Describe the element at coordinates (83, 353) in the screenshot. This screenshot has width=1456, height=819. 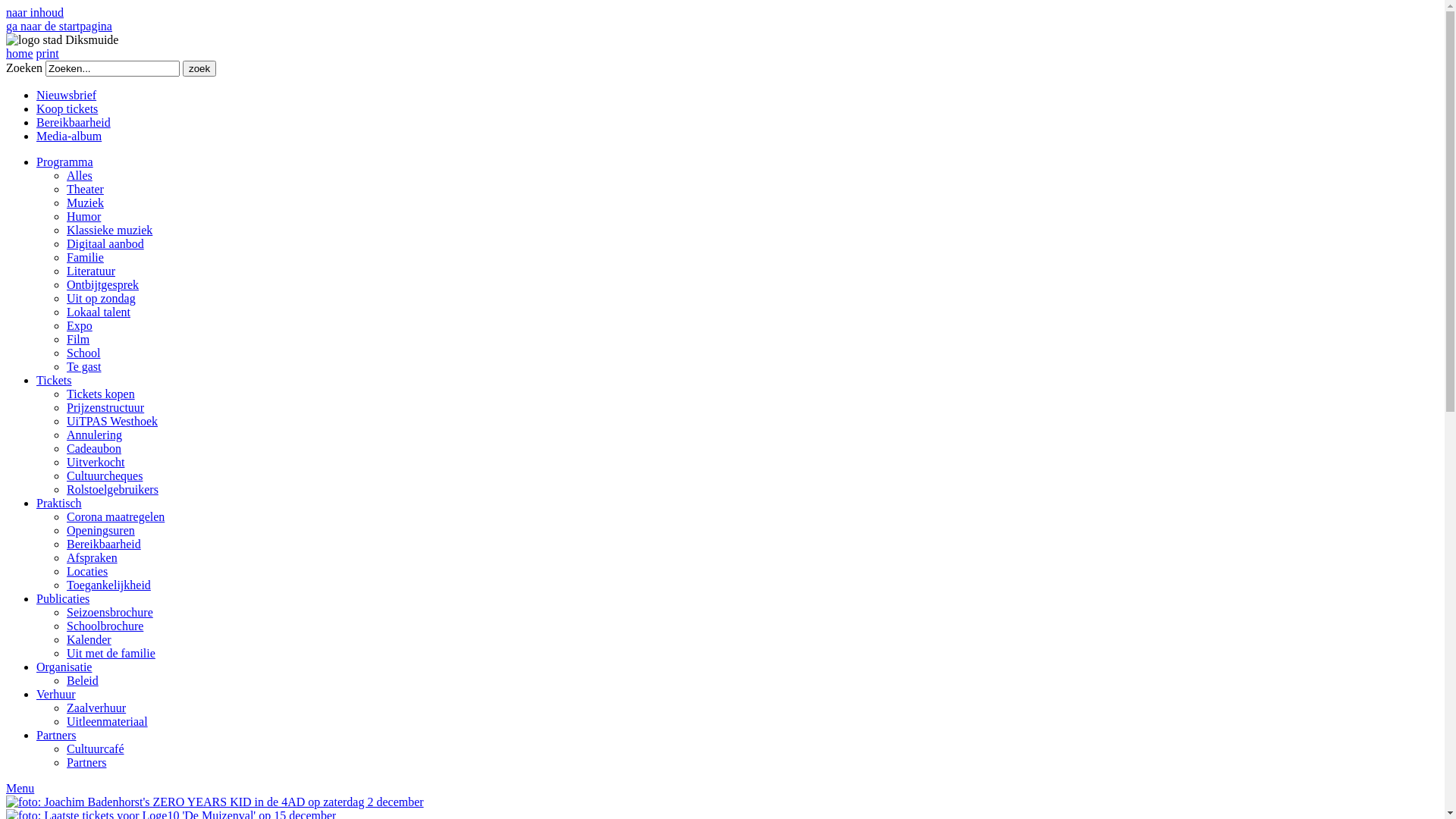
I see `'School'` at that location.